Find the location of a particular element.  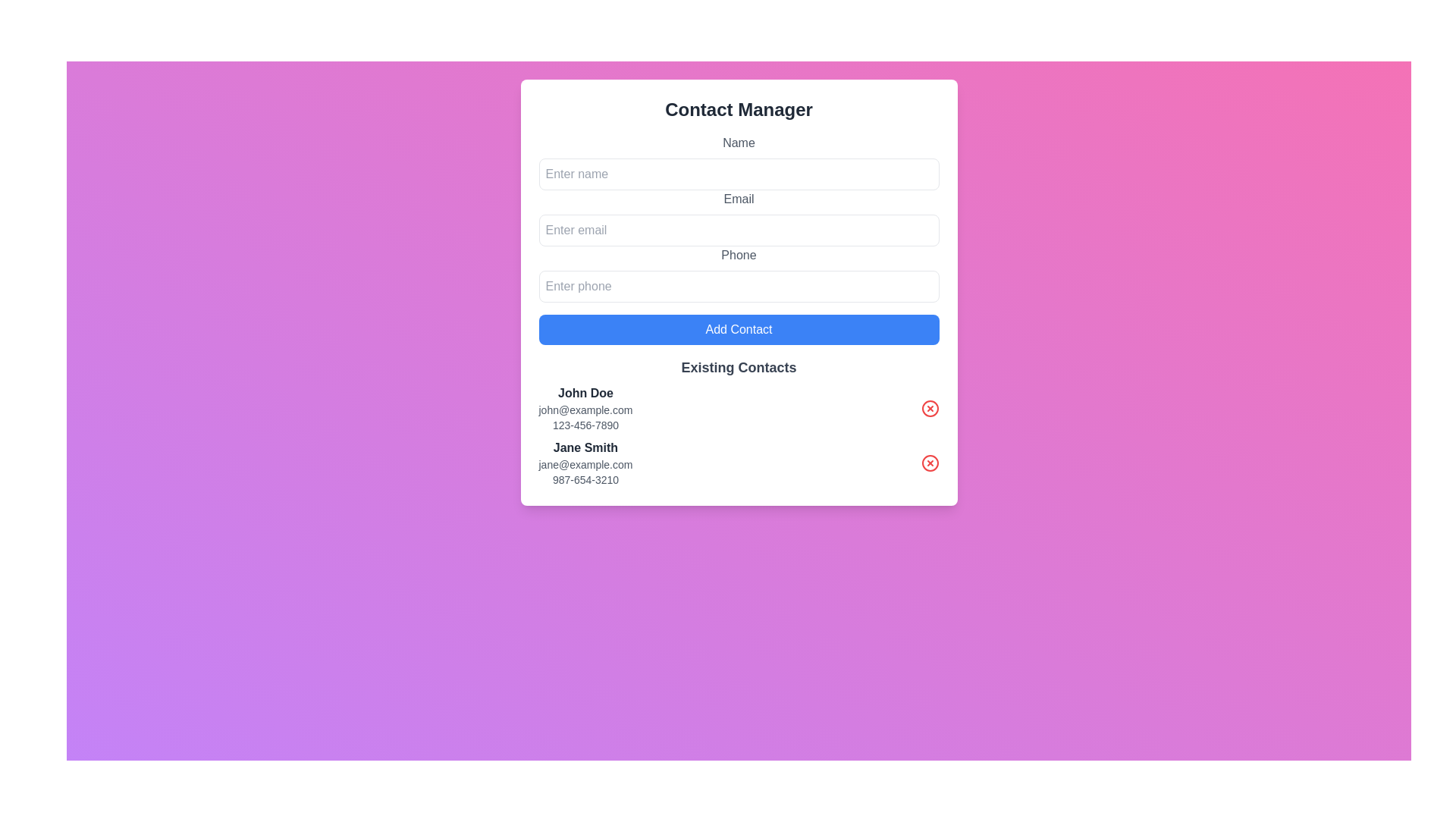

the 'Add Contact' button, which is a rectangular button with a blue background and white text, located at the bottom of the form below the input fields is located at coordinates (739, 329).